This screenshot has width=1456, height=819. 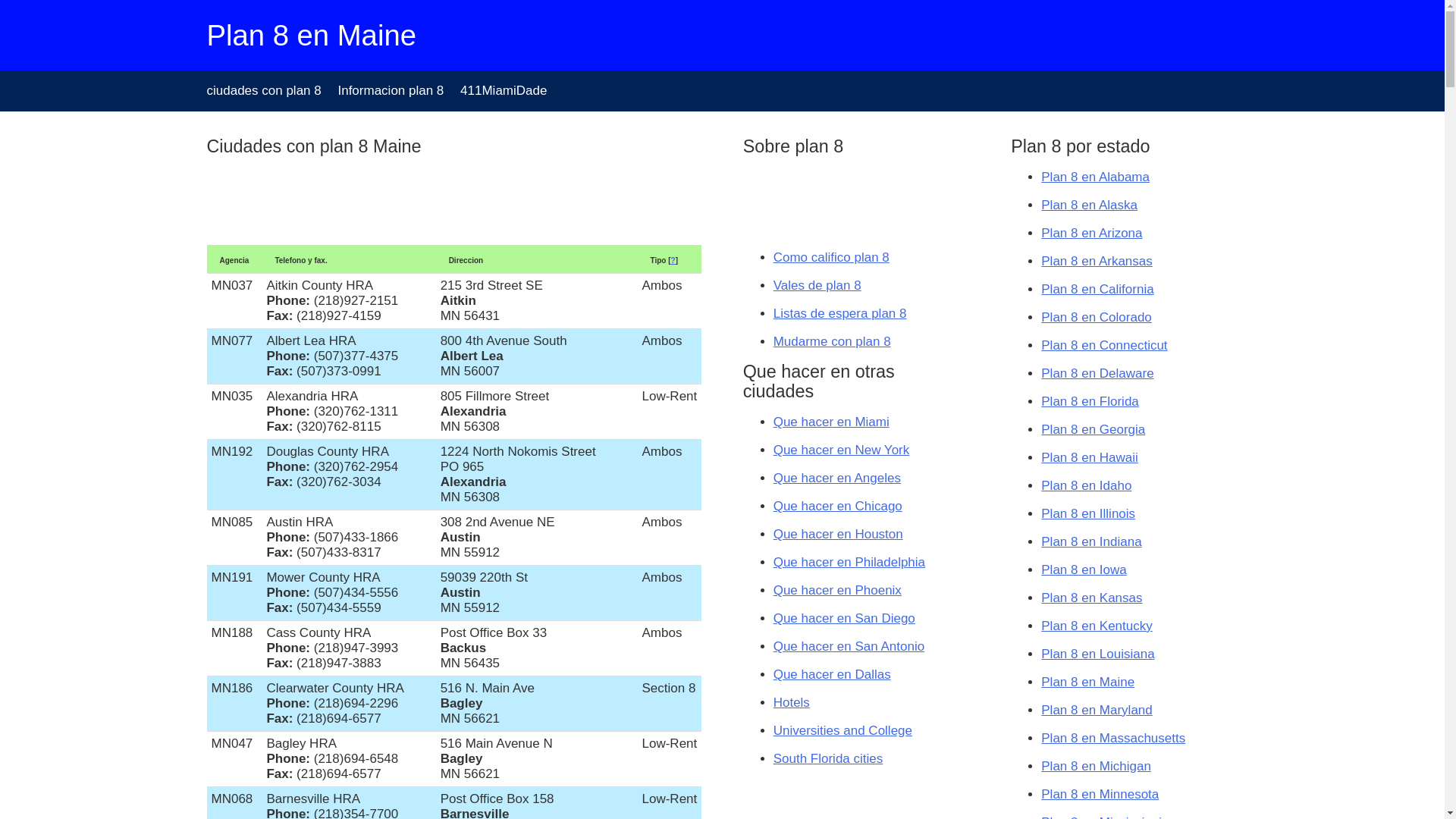 I want to click on 'Plan 8 en Idaho', so click(x=1085, y=485).